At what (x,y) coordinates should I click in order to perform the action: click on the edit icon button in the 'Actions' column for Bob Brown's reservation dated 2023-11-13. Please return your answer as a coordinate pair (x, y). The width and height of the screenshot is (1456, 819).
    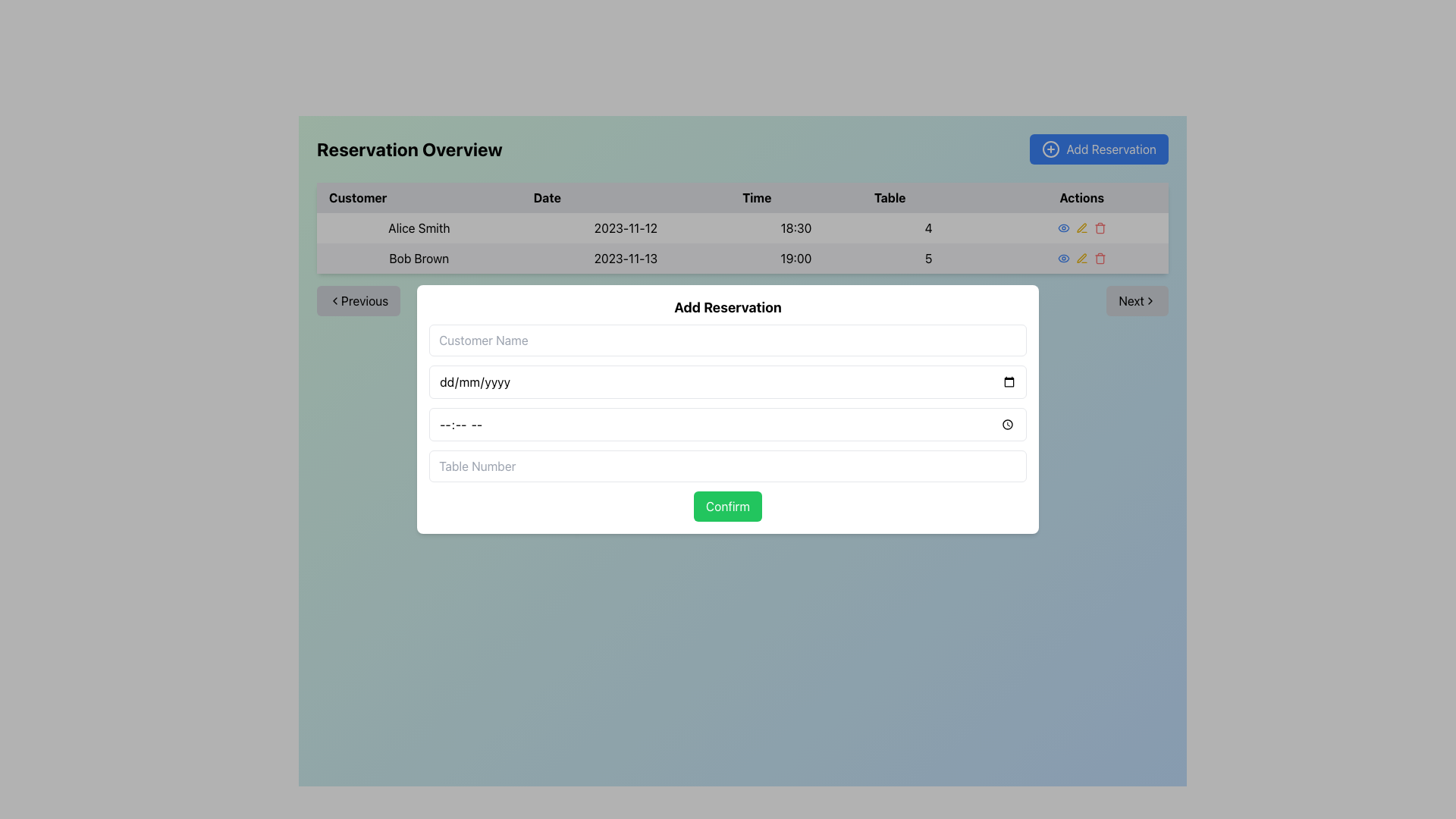
    Looking at the image, I should click on (1081, 257).